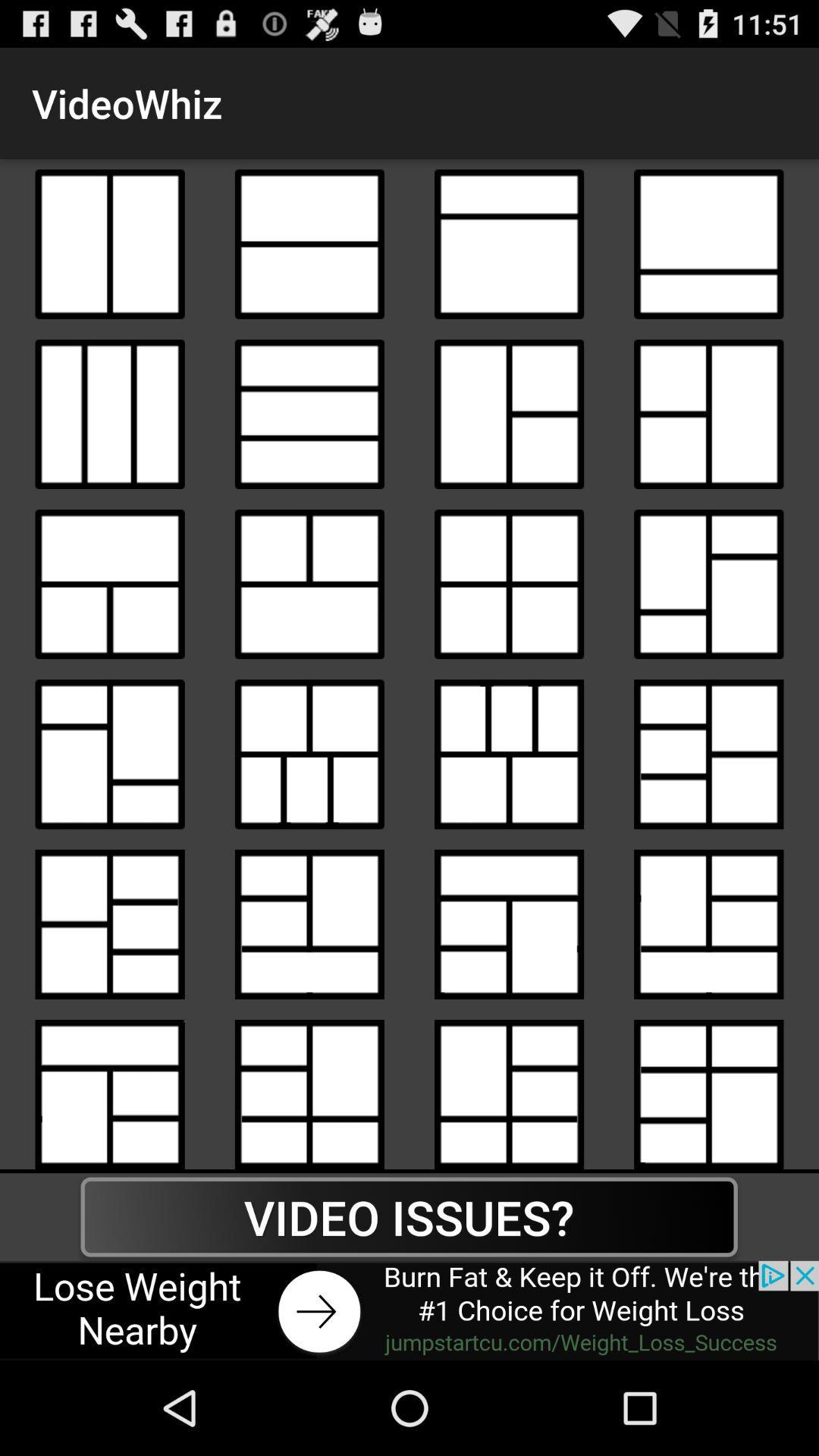 The width and height of the screenshot is (819, 1456). I want to click on for video allignment, so click(309, 414).